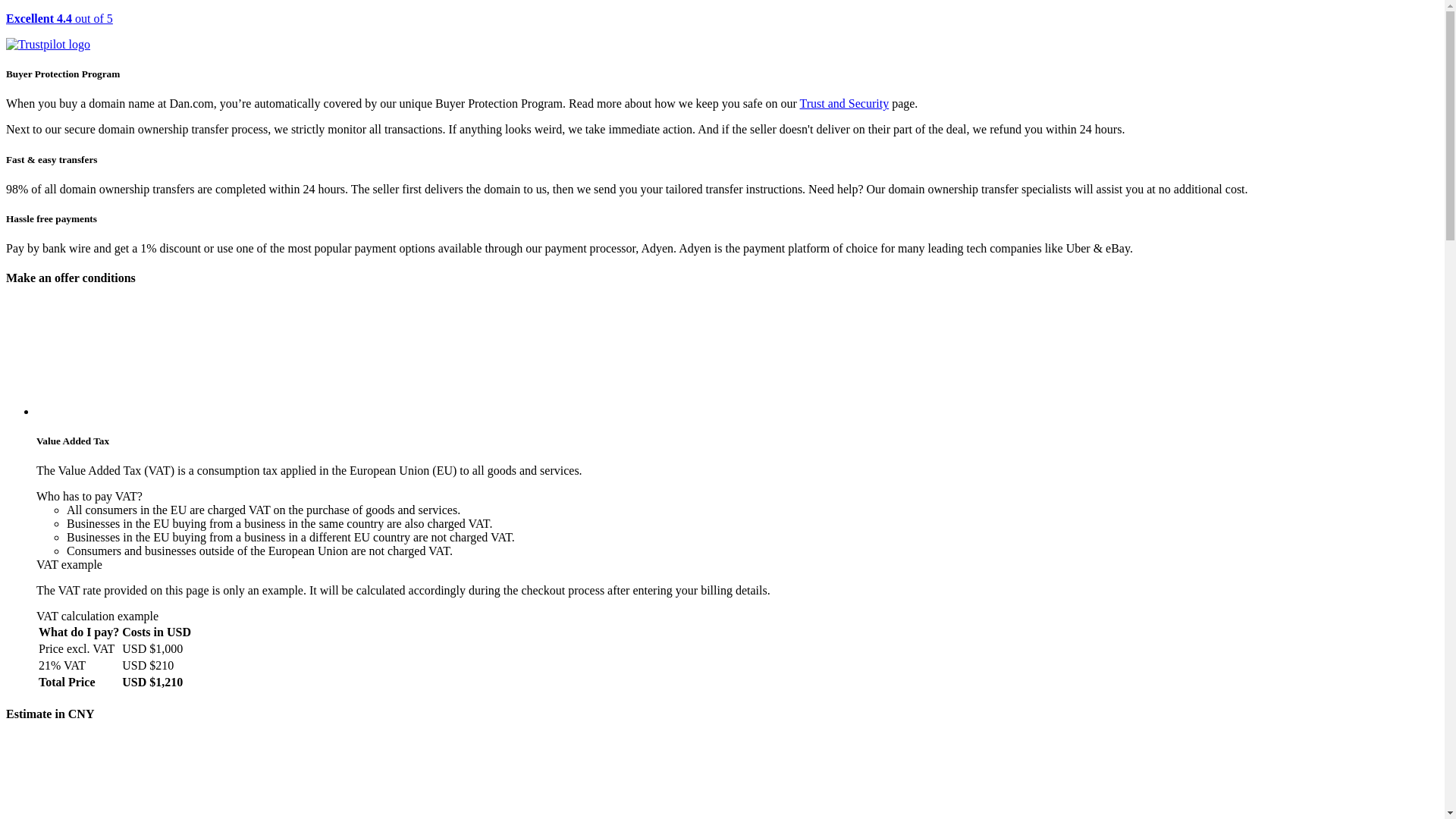 The image size is (1456, 819). Describe the element at coordinates (843, 102) in the screenshot. I see `'Trust and Security'` at that location.